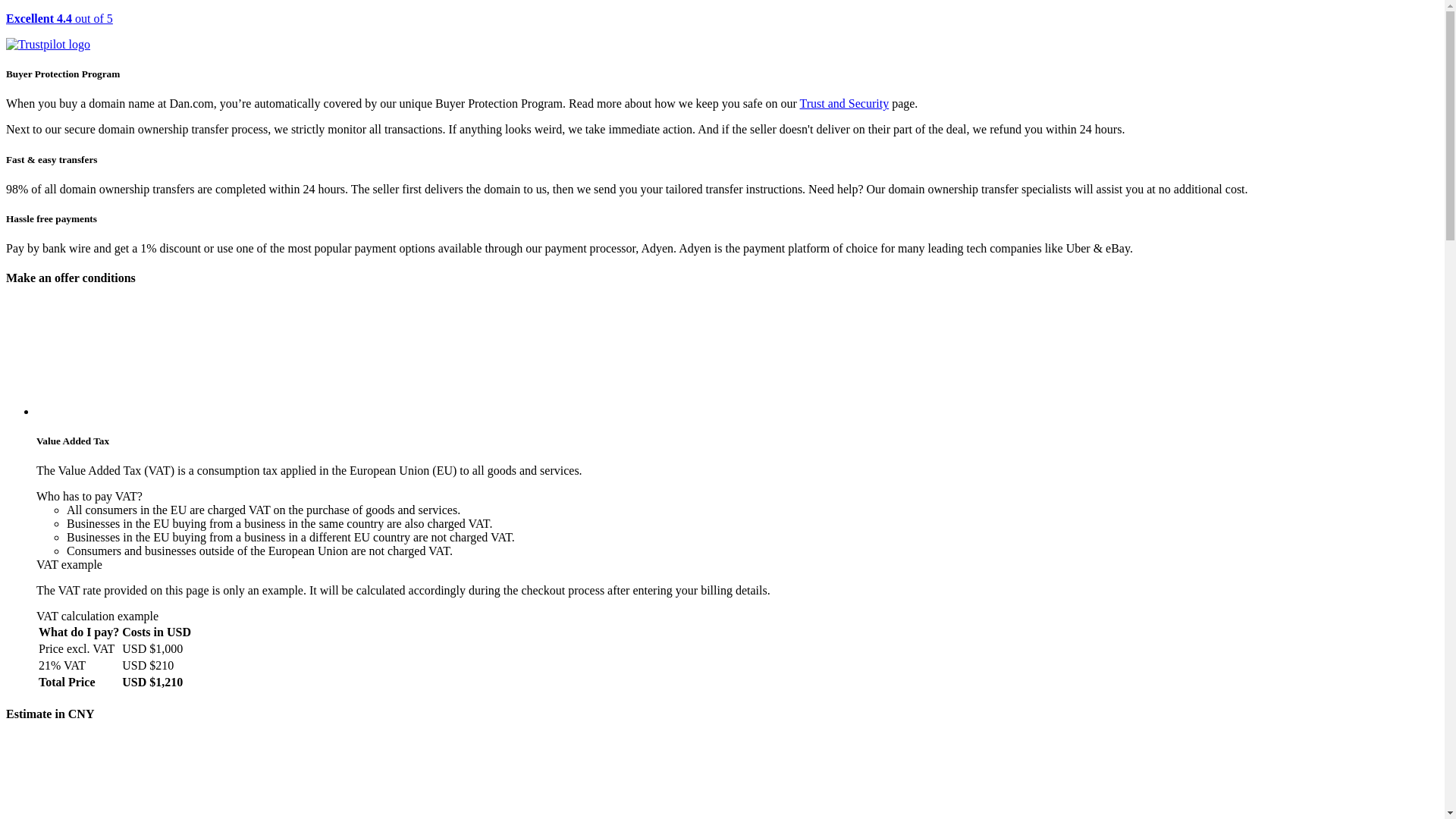 The image size is (1456, 819). Describe the element at coordinates (843, 102) in the screenshot. I see `'Trust and Security'` at that location.